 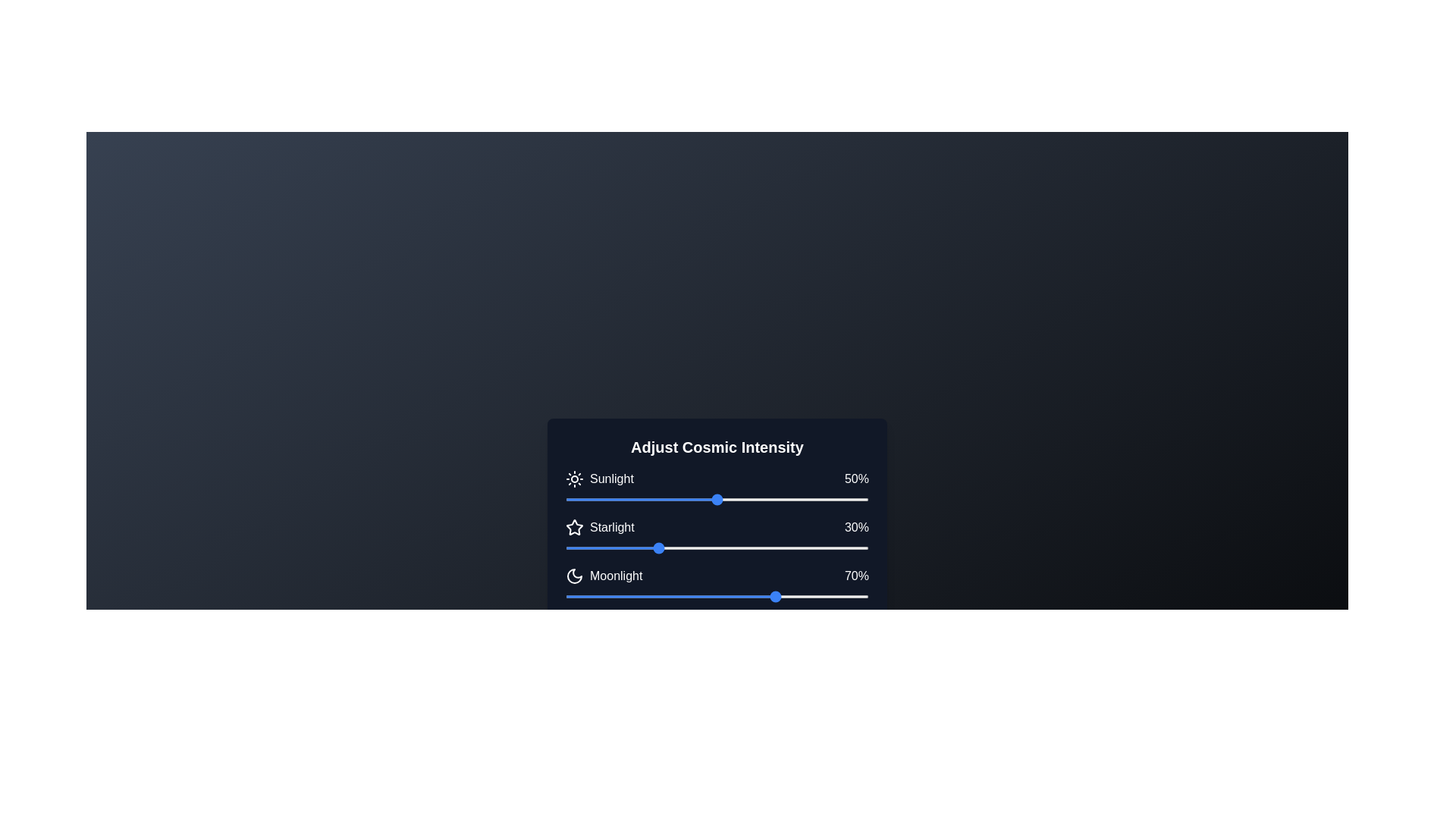 I want to click on the 'Starlight' slider to 54% intensity, so click(x=729, y=548).